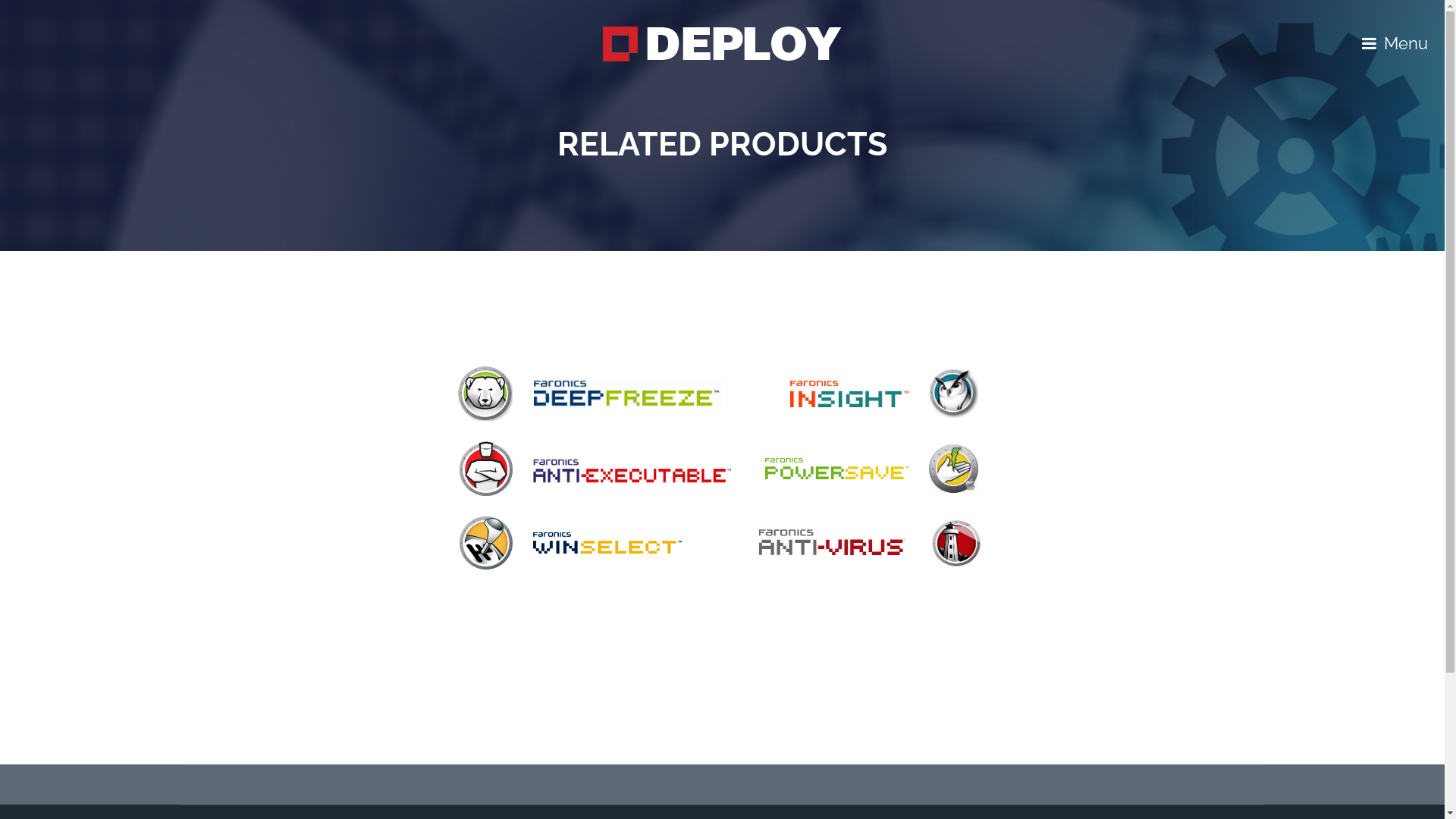  I want to click on 'Menu', so click(1395, 42).